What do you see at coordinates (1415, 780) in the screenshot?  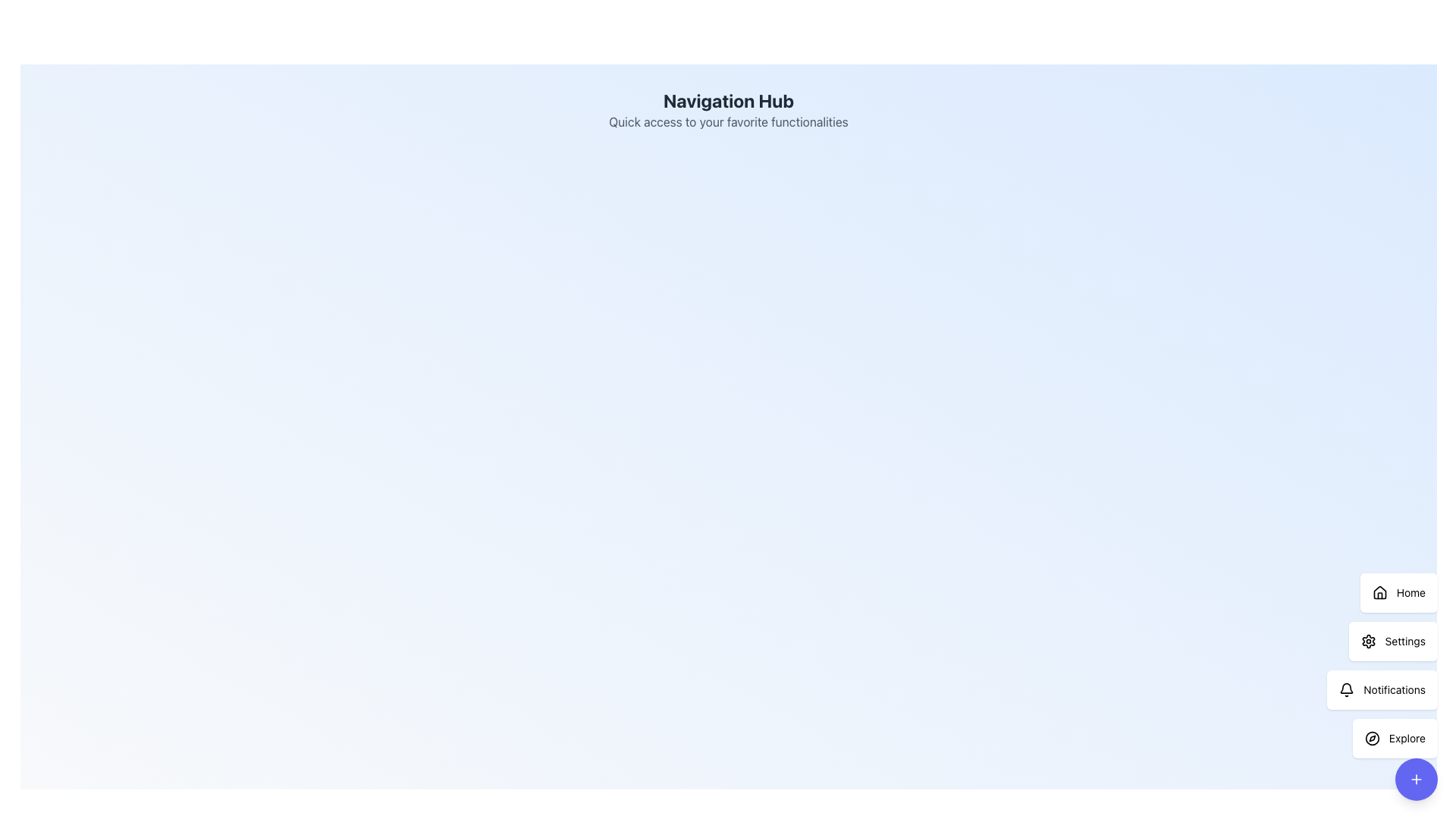 I see `the circular indigo button with a white plus sign located in the bottom-right corner` at bounding box center [1415, 780].